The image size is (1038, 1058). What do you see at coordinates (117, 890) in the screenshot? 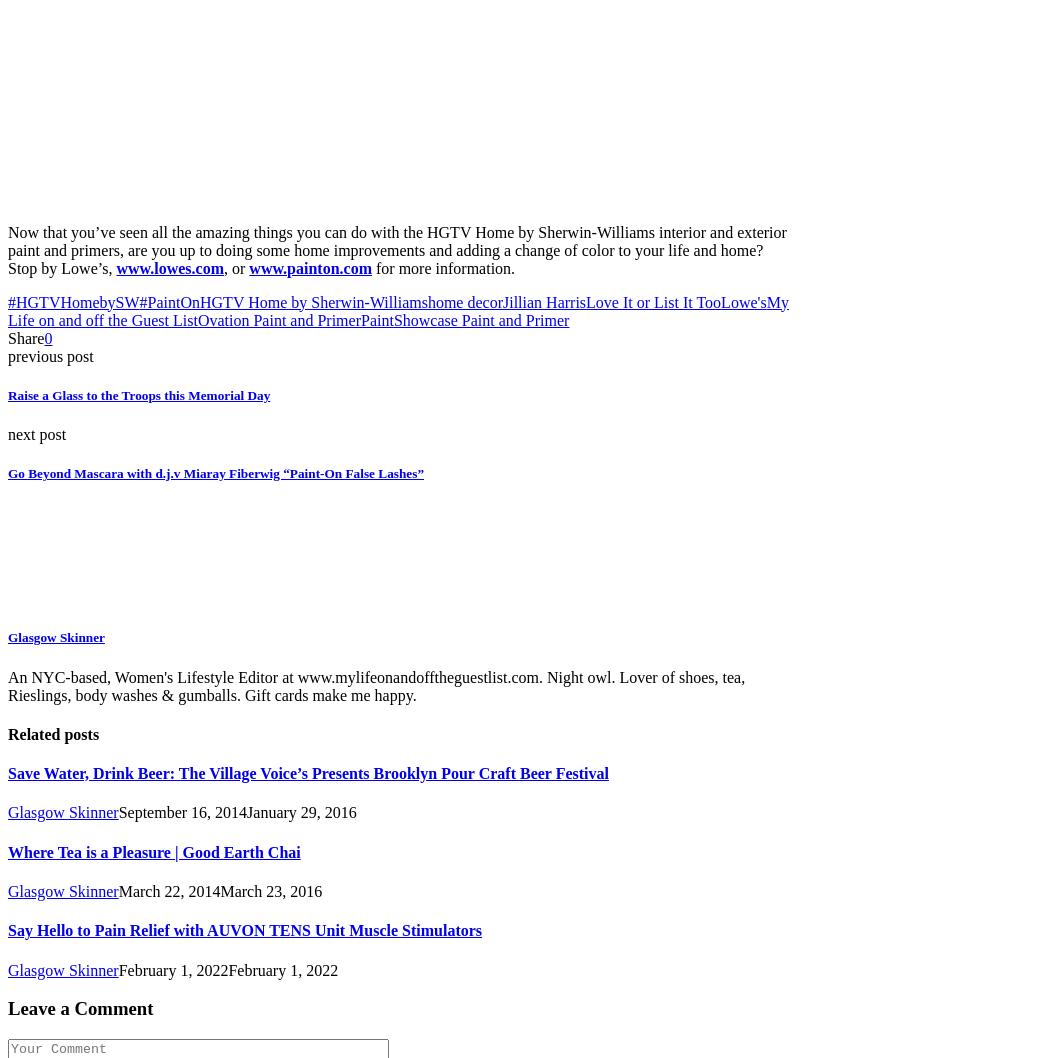
I see `'March 22, 2014'` at bounding box center [117, 890].